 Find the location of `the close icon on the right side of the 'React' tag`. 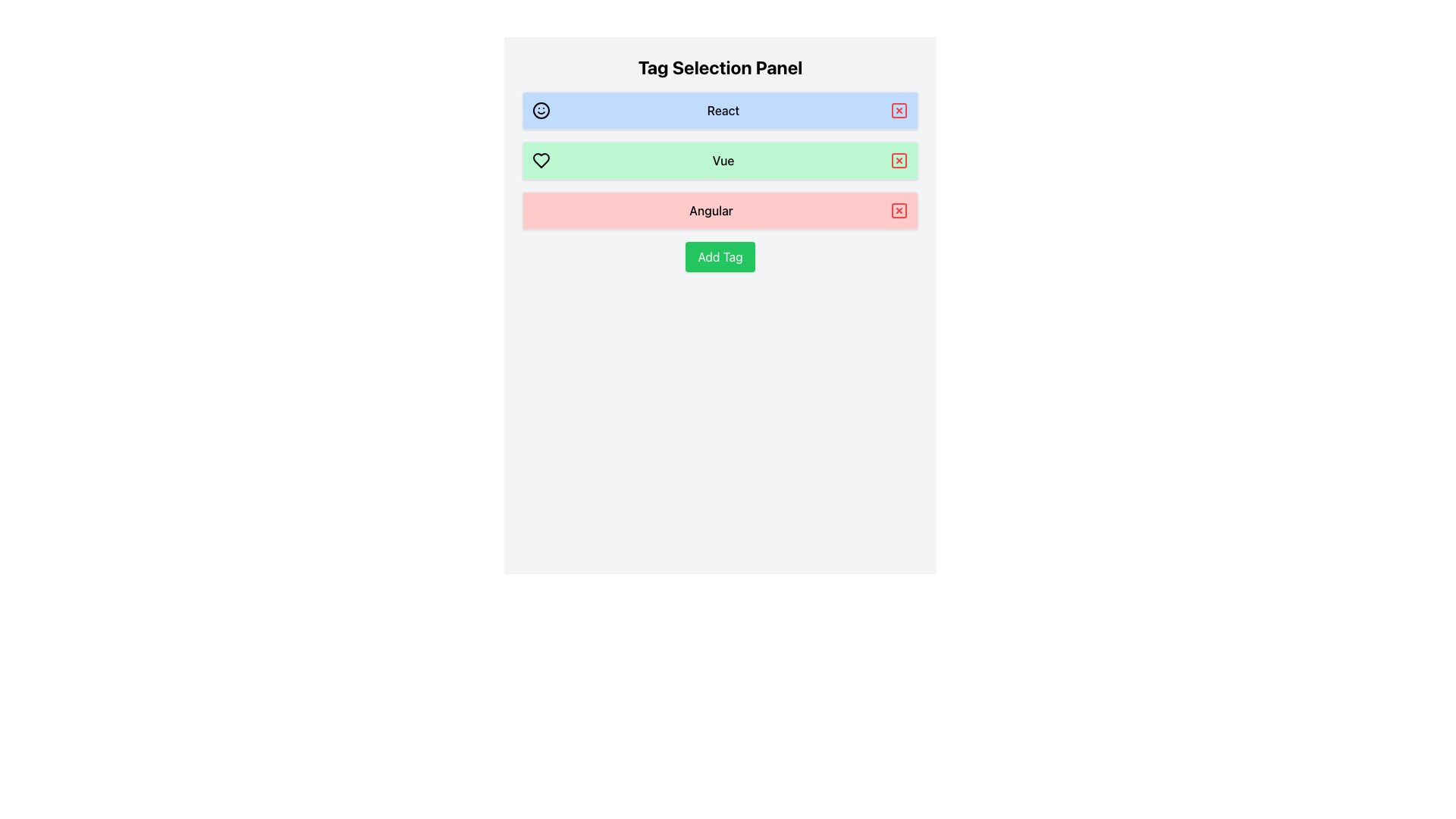

the close icon on the right side of the 'React' tag is located at coordinates (899, 110).